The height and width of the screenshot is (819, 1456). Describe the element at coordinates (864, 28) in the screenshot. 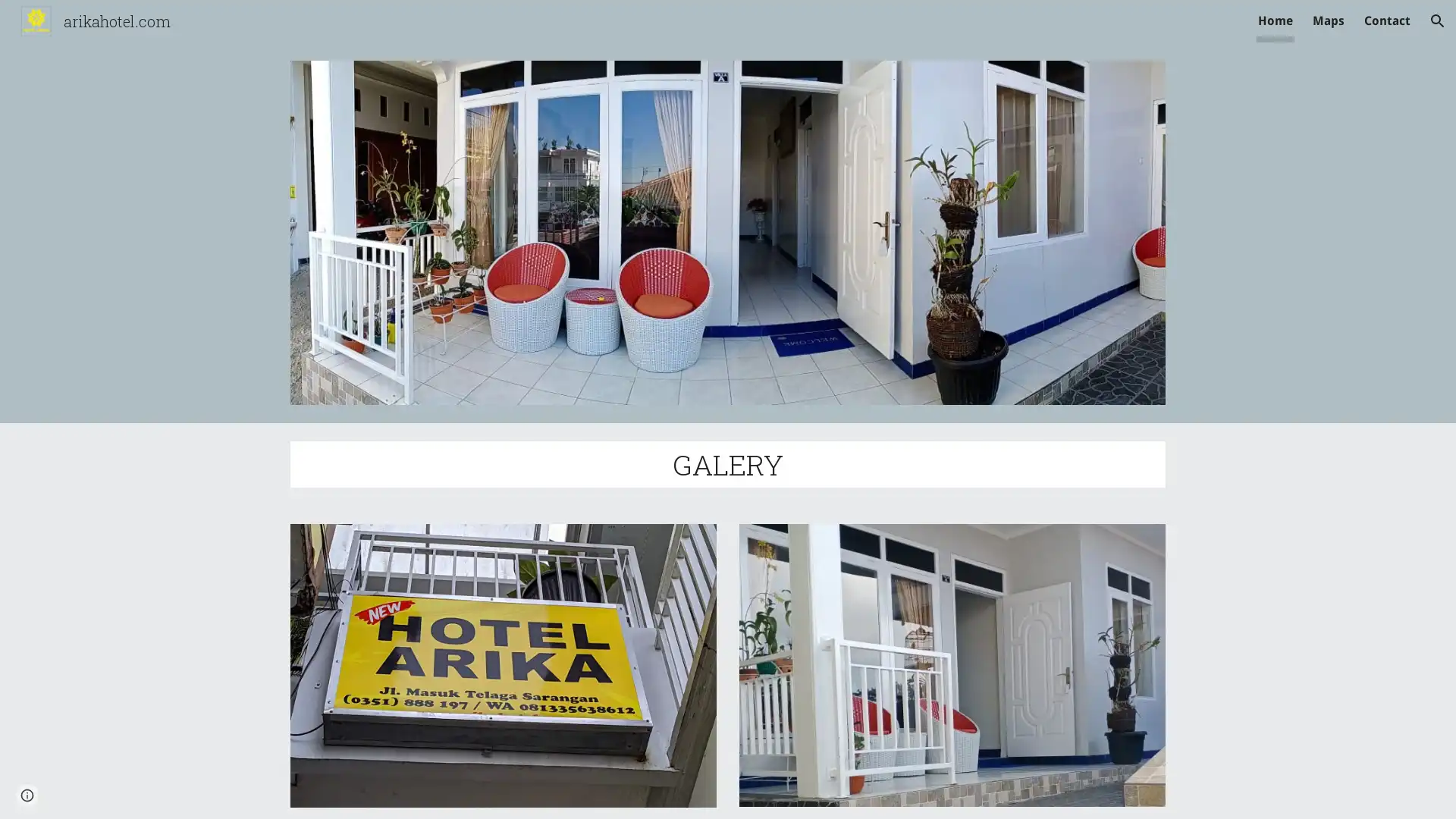

I see `Skip to navigation` at that location.